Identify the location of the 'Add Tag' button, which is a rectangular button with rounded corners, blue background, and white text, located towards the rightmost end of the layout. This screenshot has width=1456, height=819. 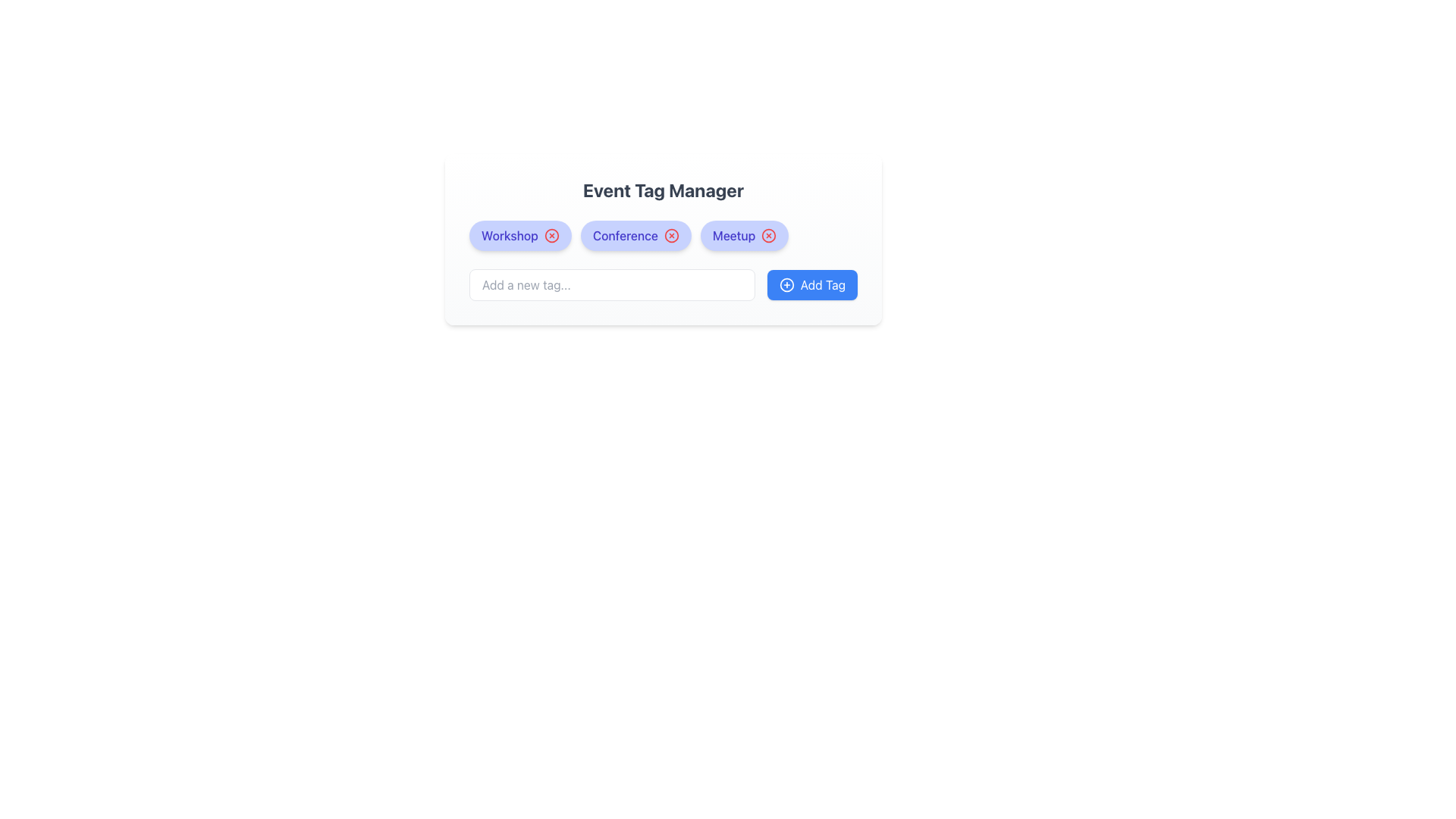
(811, 284).